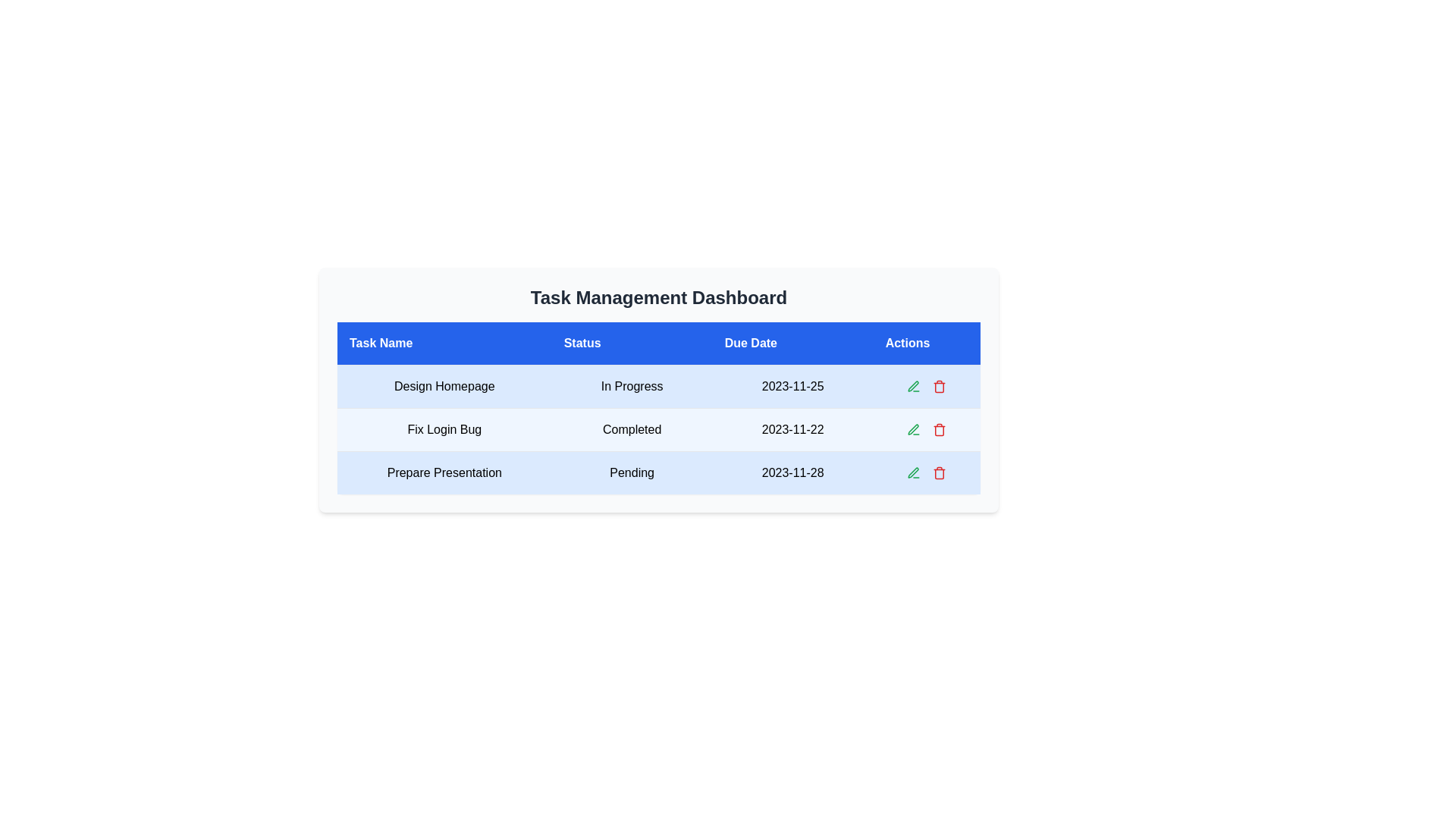  Describe the element at coordinates (912, 429) in the screenshot. I see `the curved portion of the green pen icon located in the 'Actions' column for the first task row, adjacent to the trash bin icon` at that location.